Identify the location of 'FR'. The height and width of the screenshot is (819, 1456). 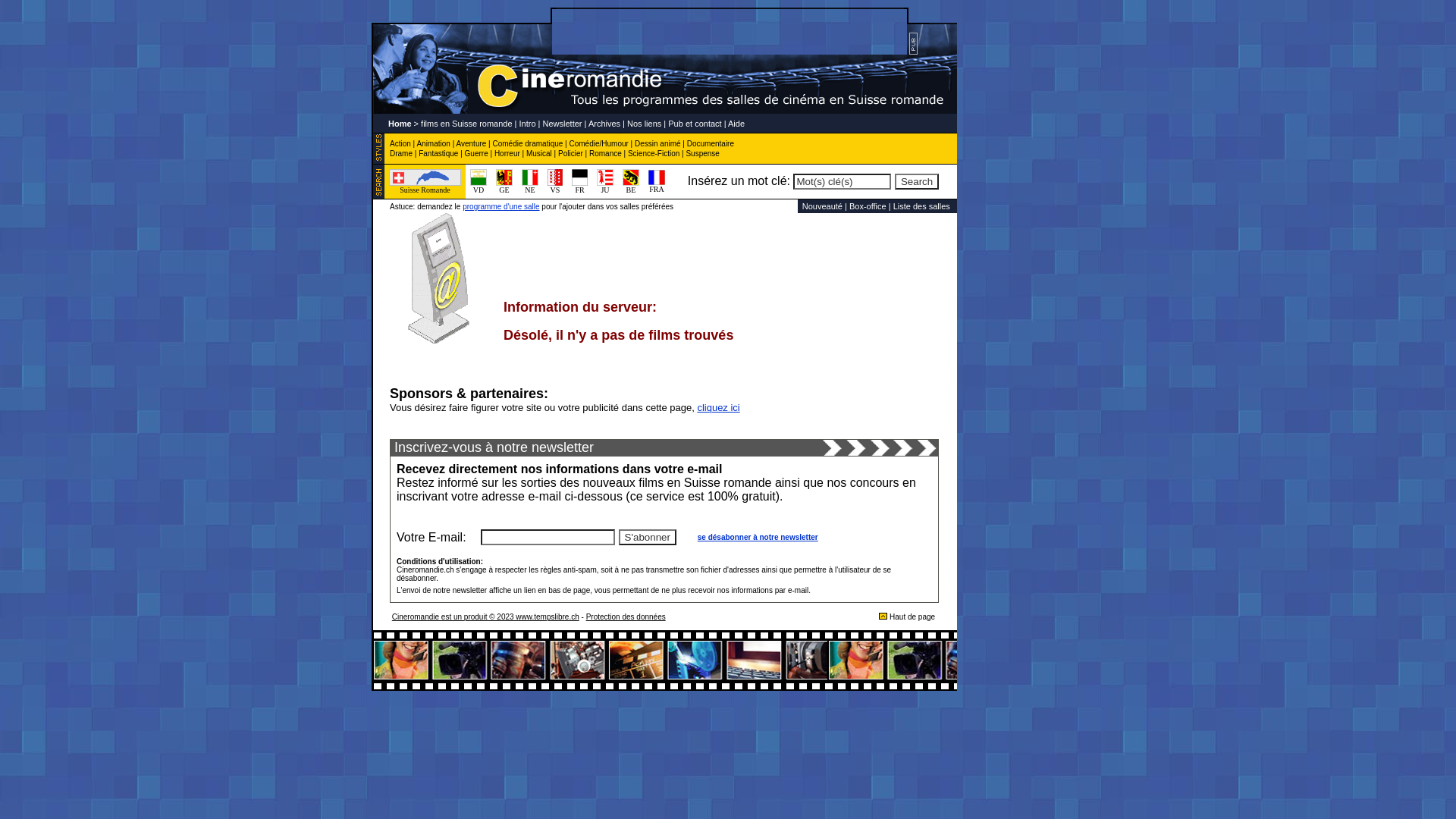
(579, 186).